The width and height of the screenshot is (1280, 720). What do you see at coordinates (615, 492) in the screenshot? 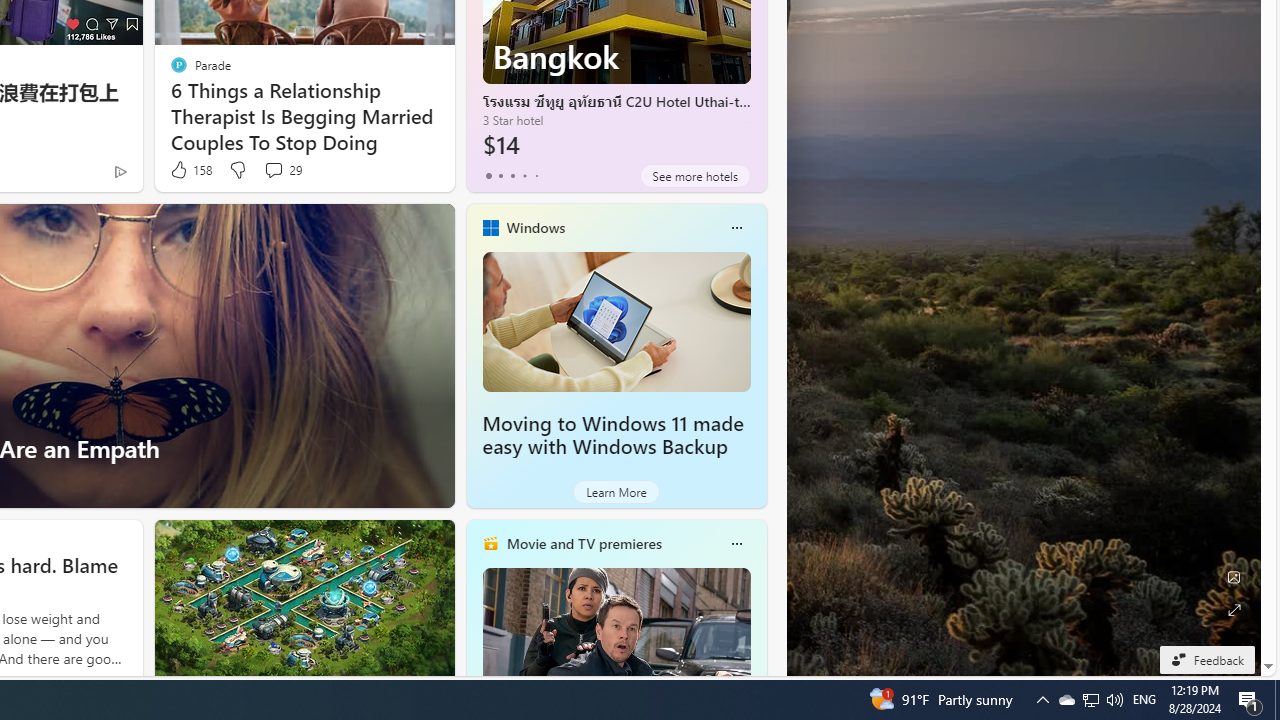
I see `'Learn More'` at bounding box center [615, 492].